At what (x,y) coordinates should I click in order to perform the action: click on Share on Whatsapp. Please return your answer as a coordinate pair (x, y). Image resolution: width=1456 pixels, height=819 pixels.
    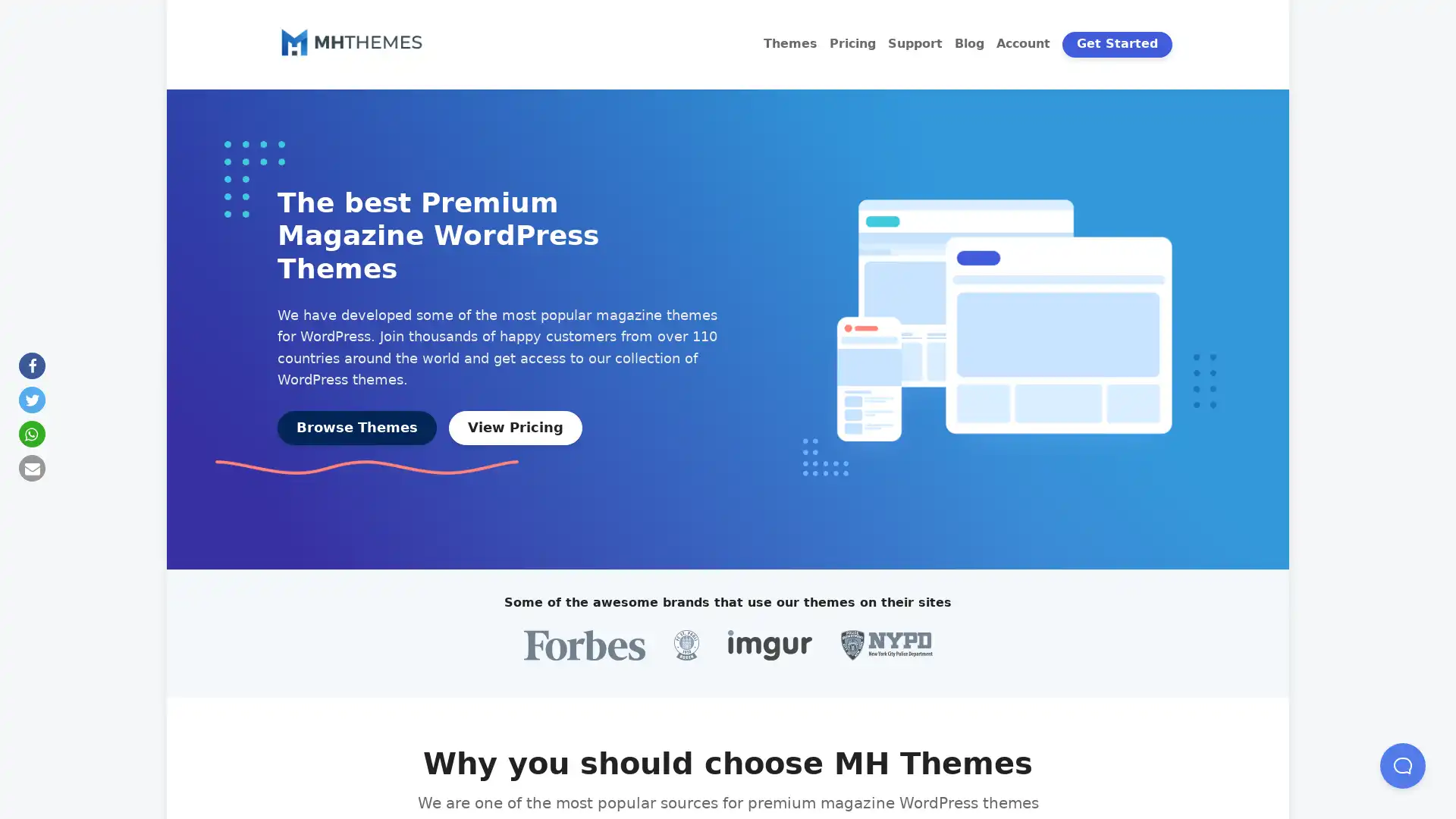
    Looking at the image, I should click on (32, 434).